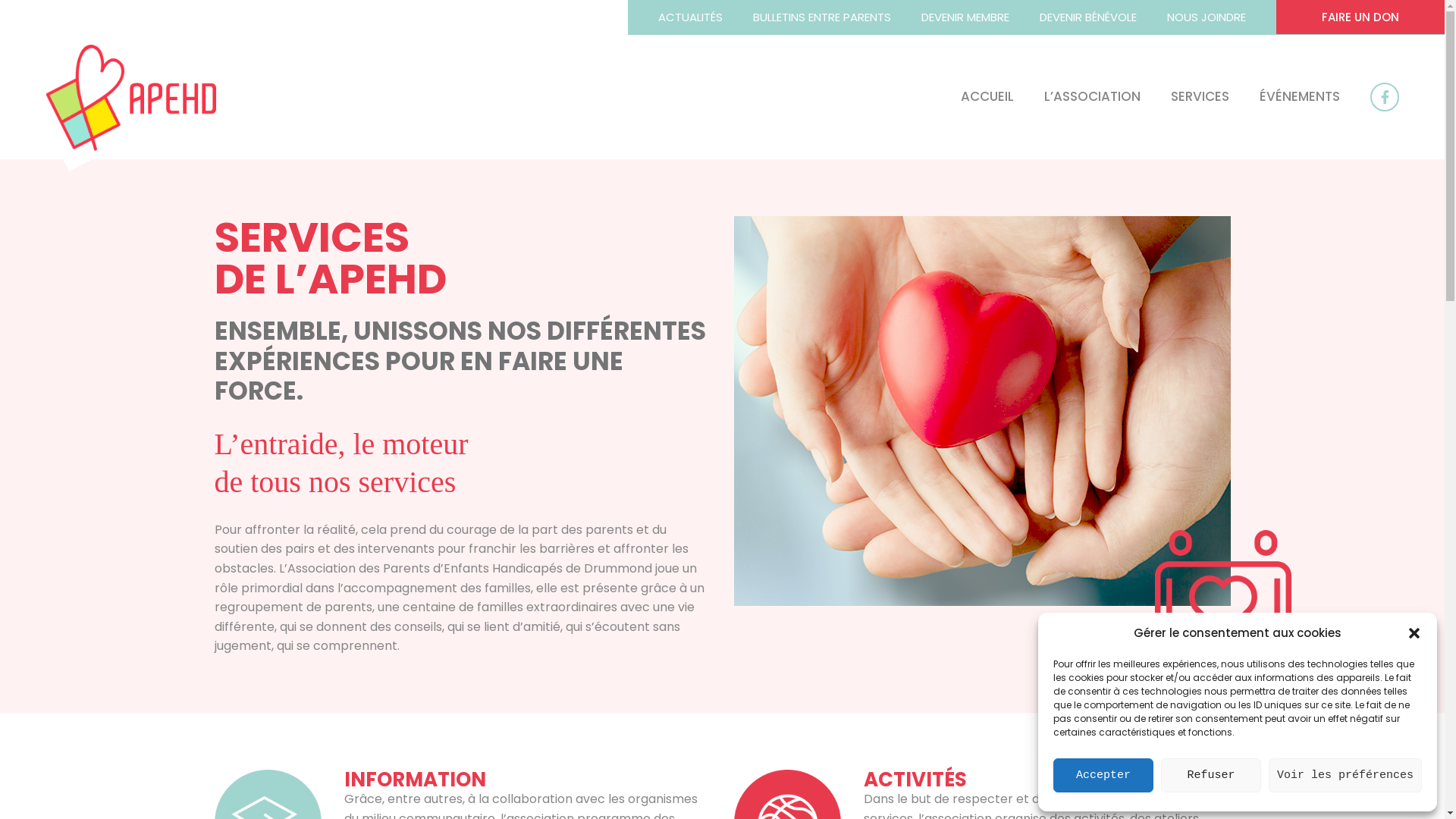 The image size is (1456, 819). Describe the element at coordinates (1184, 96) in the screenshot. I see `'SERVICES'` at that location.